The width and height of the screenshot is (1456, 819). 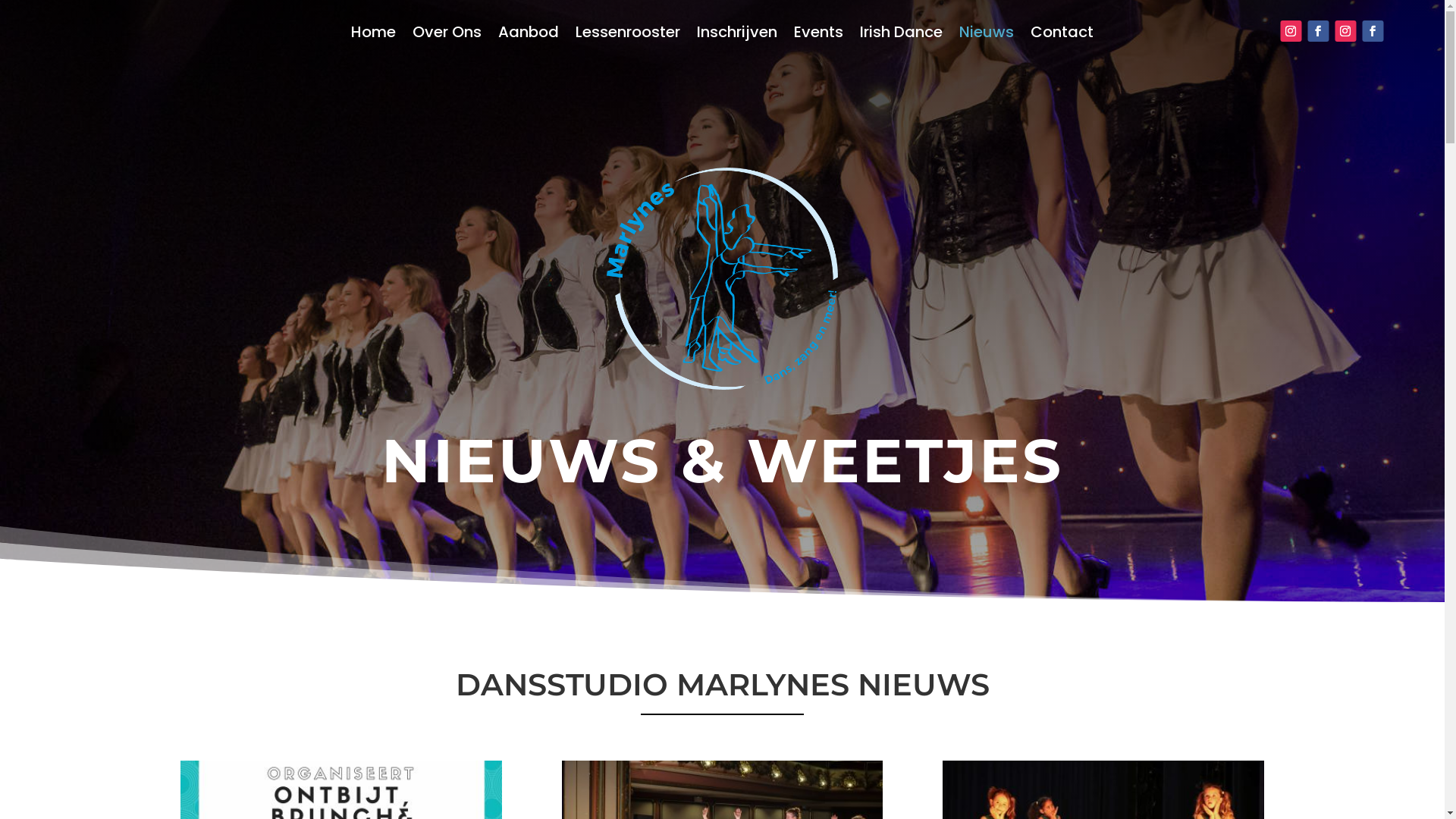 I want to click on 'Home', so click(x=373, y=34).